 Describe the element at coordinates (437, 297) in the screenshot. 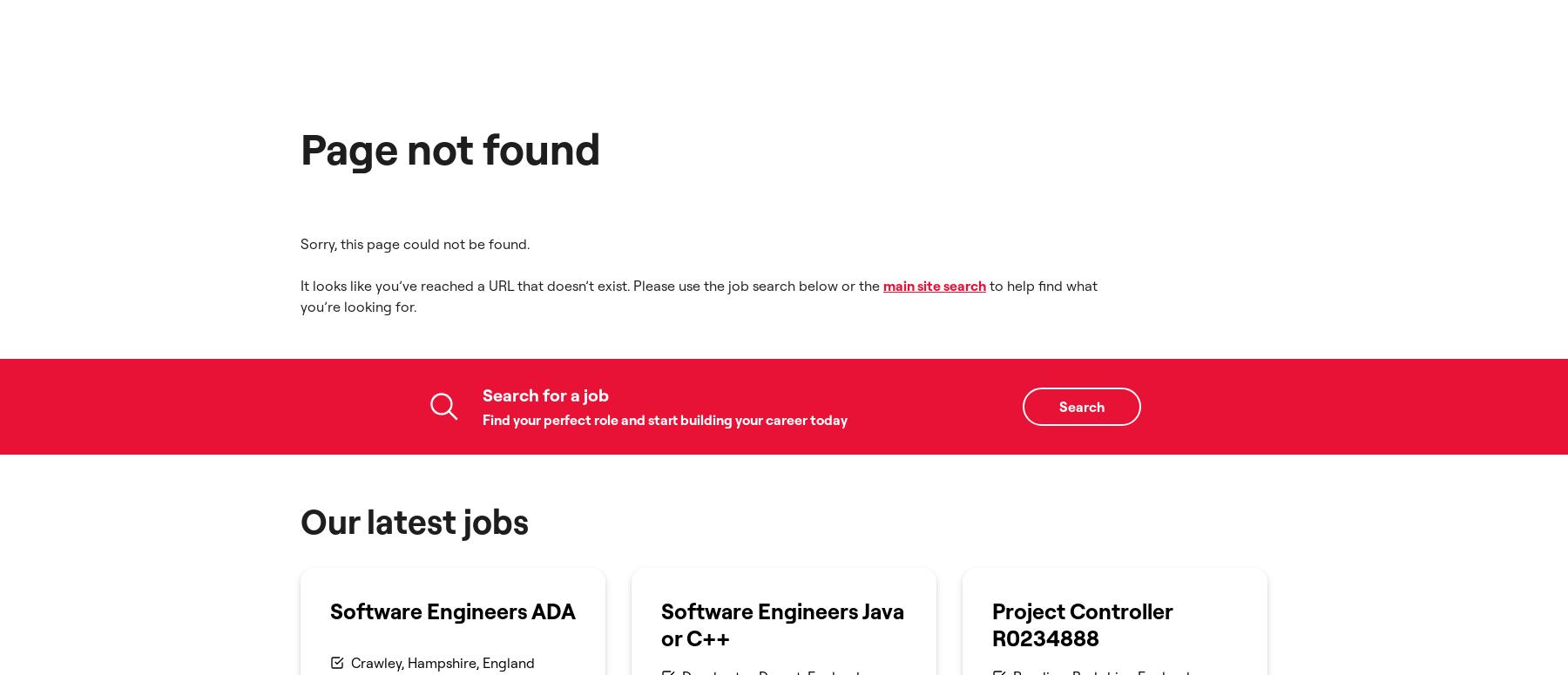

I see `'Power, Nuclear and Utilities'` at that location.